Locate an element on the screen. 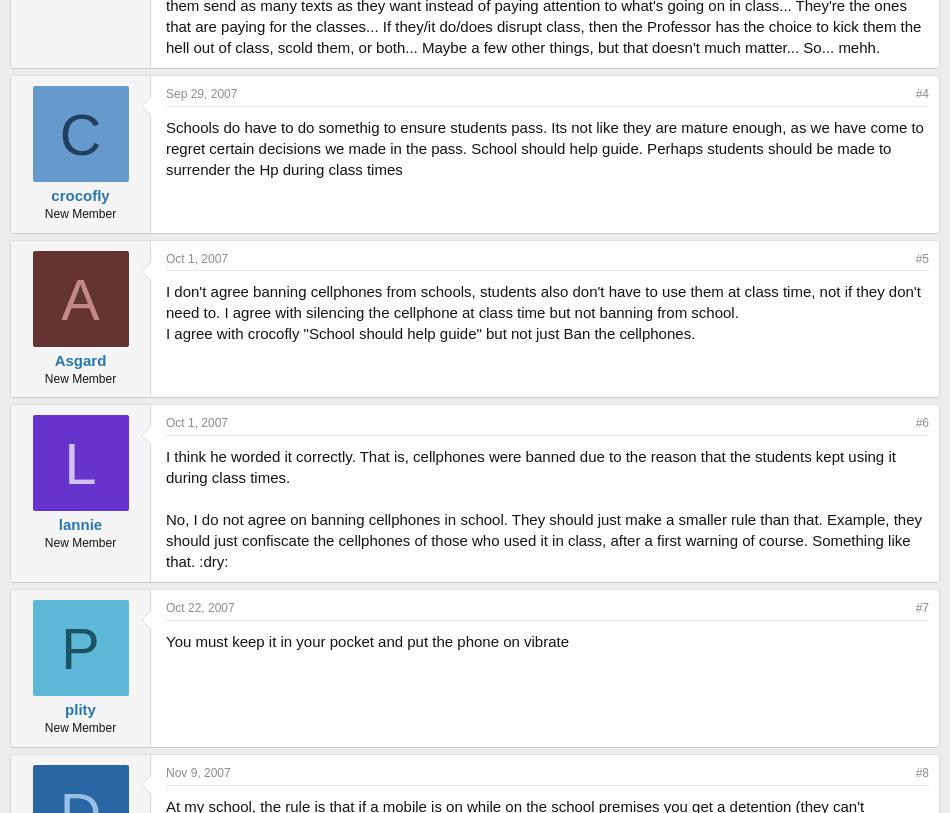 This screenshot has width=950, height=813. 'Nov 9, 2007' is located at coordinates (197, 772).